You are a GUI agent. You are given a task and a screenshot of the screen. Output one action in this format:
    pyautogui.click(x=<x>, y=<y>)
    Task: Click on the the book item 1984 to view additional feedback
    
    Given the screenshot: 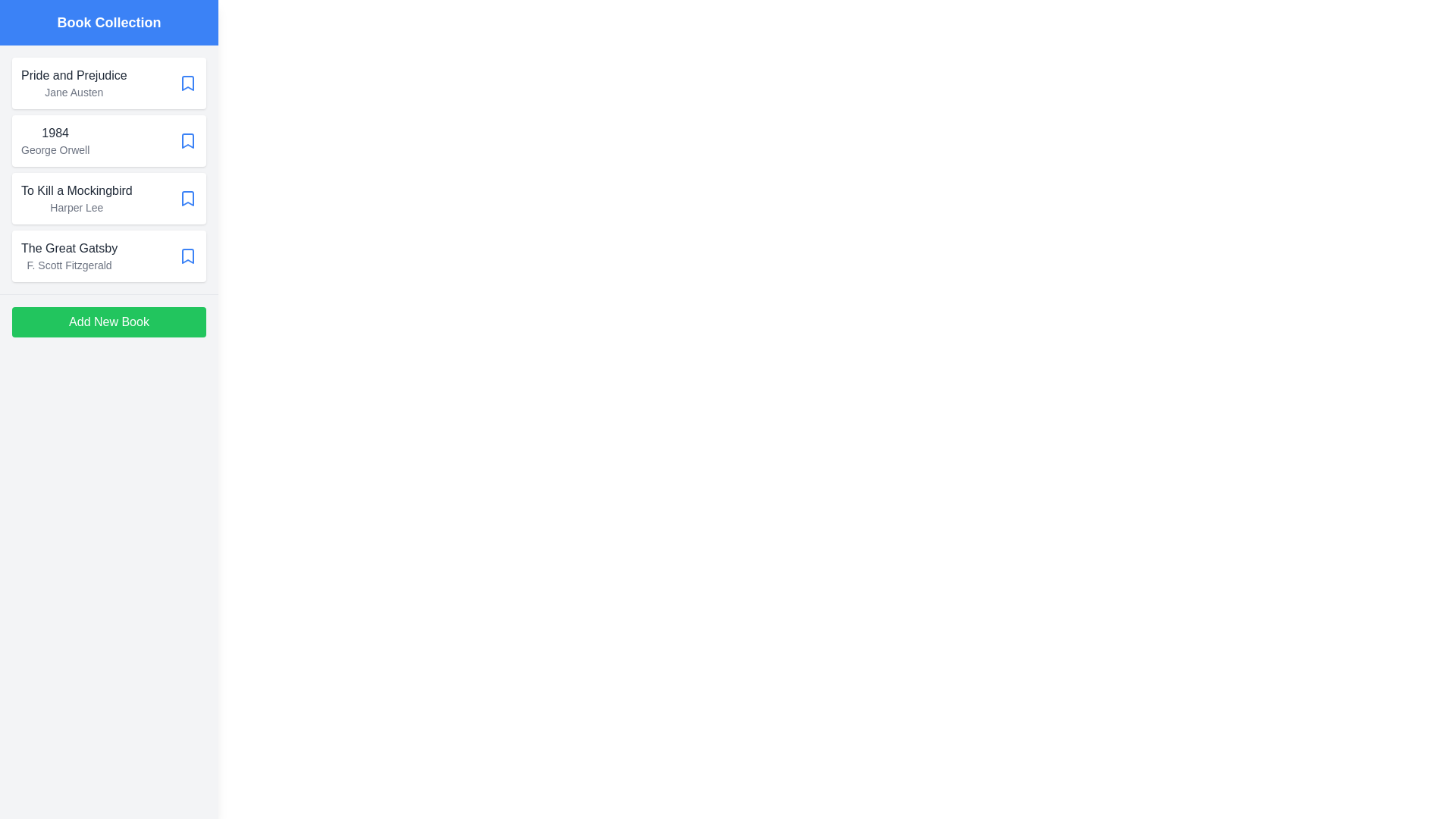 What is the action you would take?
    pyautogui.click(x=108, y=140)
    